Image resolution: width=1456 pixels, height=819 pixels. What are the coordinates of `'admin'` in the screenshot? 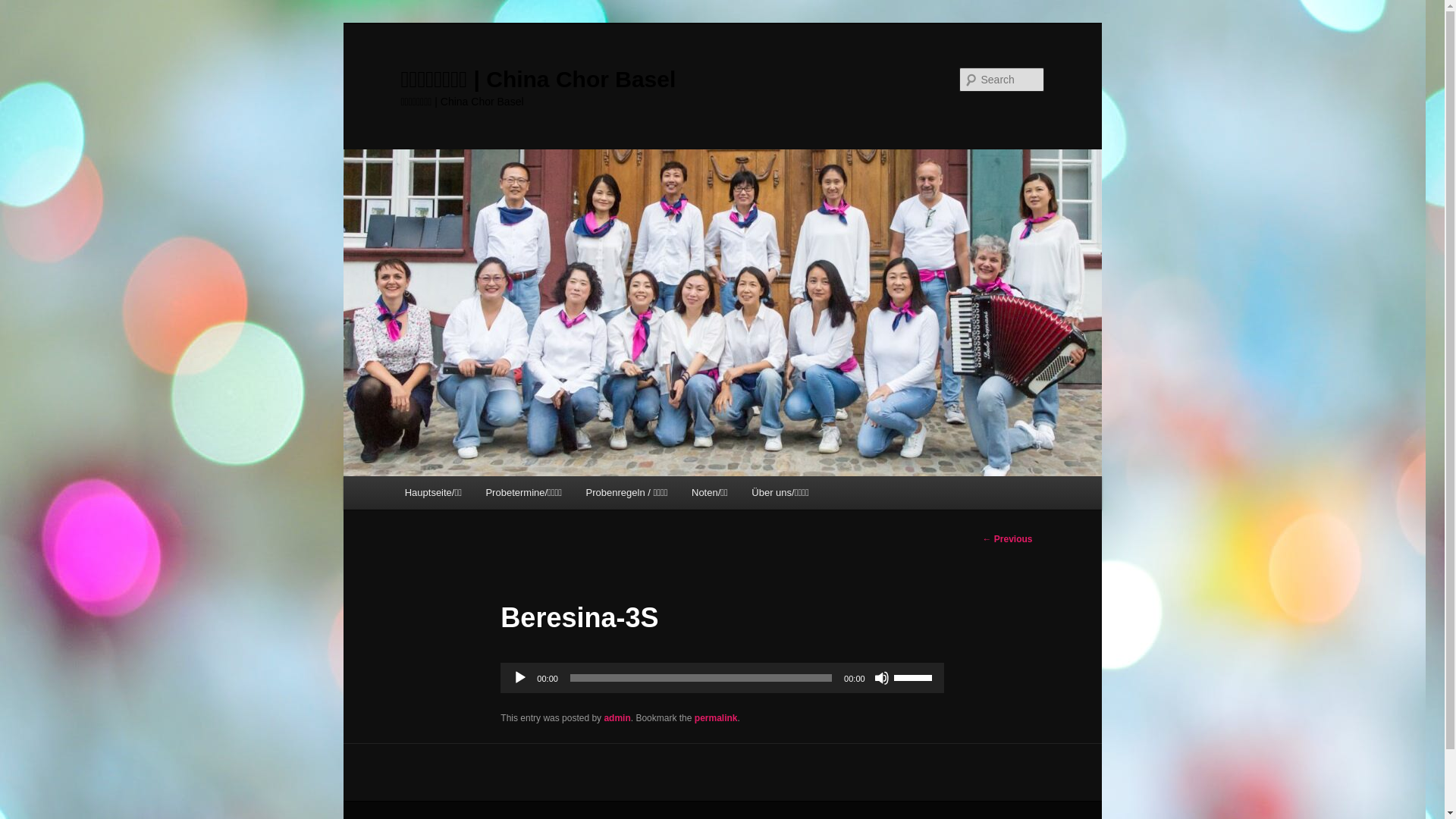 It's located at (617, 717).